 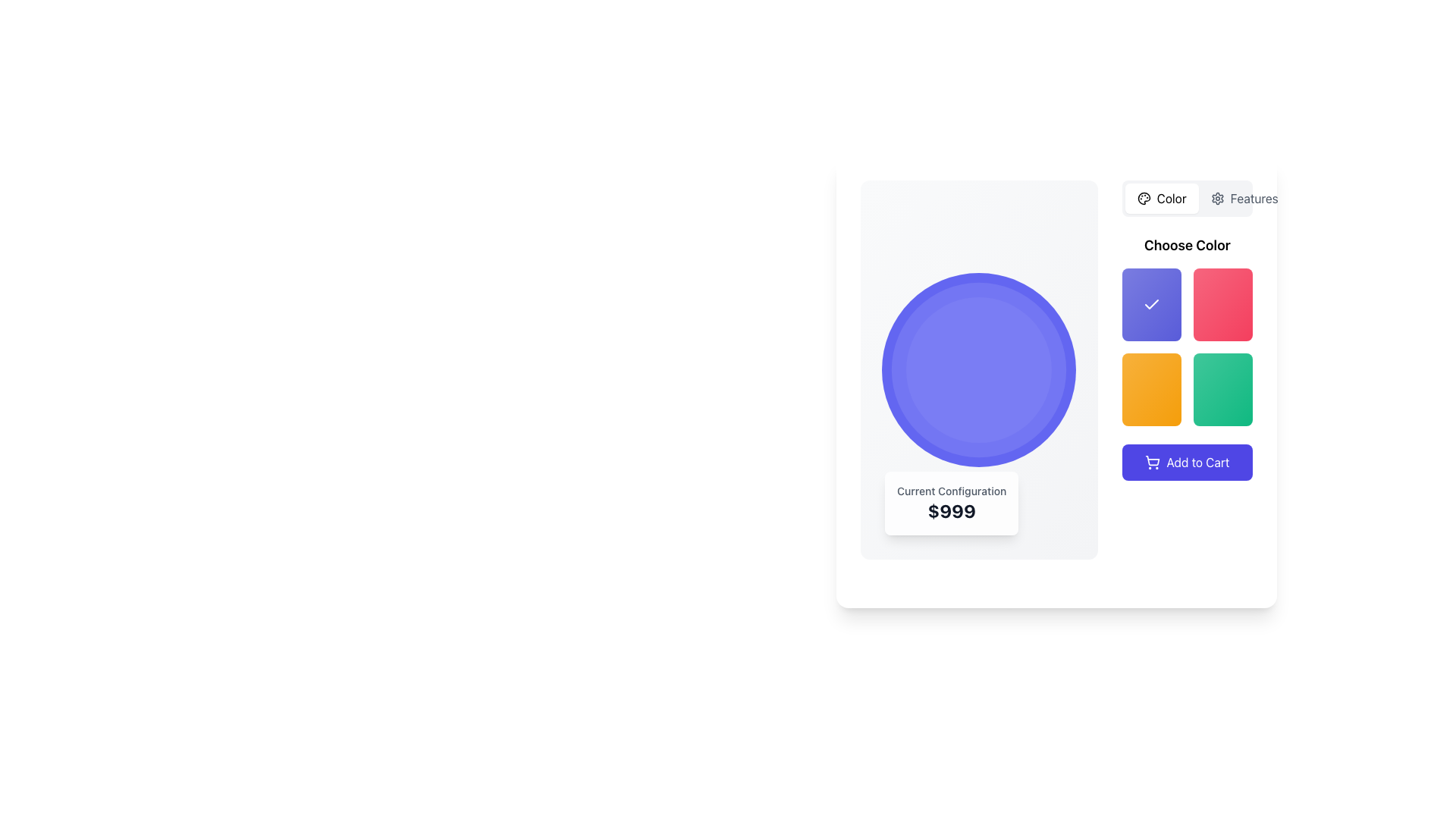 I want to click on the Interactive color selection component, so click(x=1186, y=347).